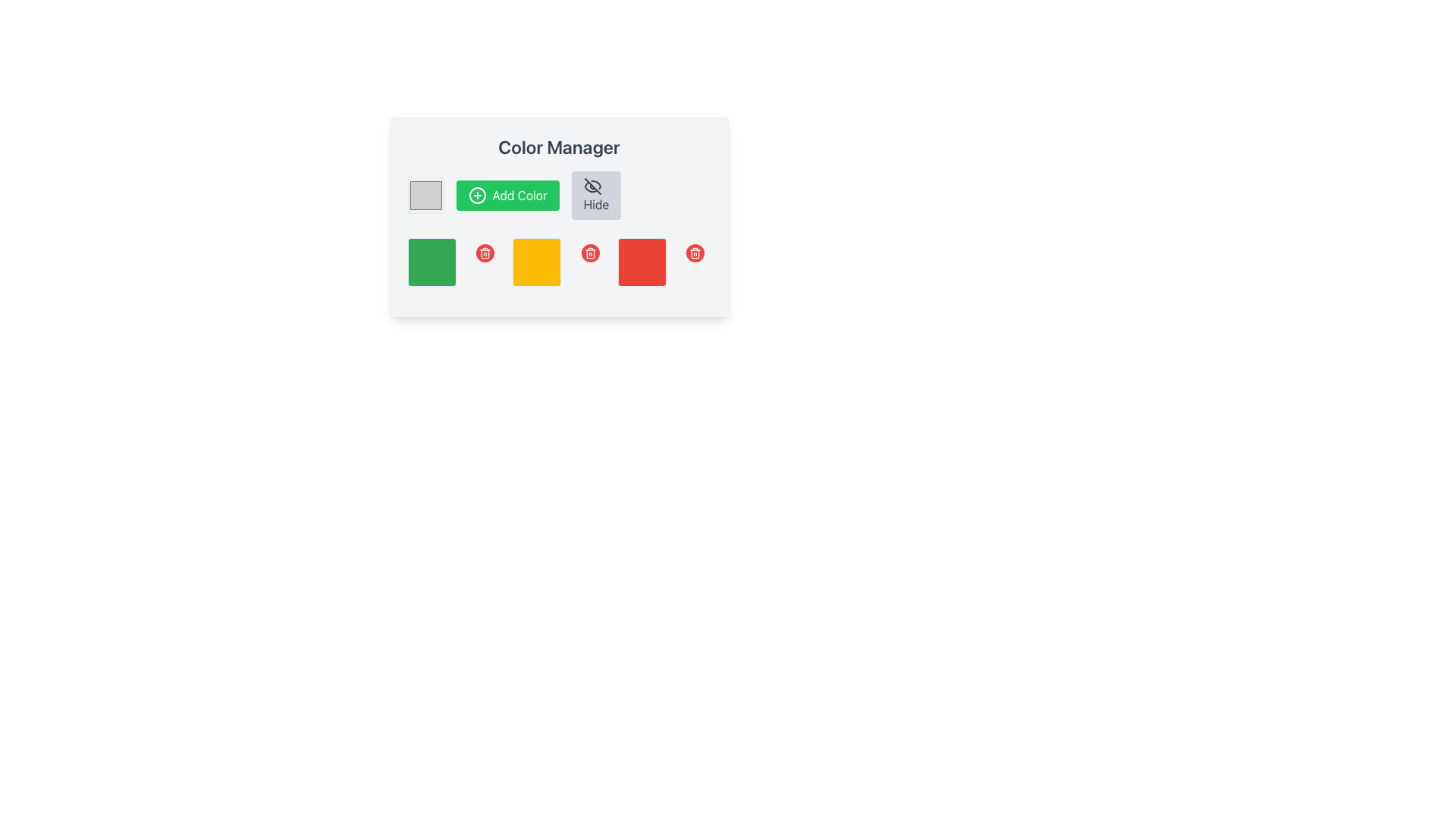 The width and height of the screenshot is (1456, 819). I want to click on the small circular red button with a white trashcan icon located at the top-right corner of a colored square, so click(695, 253).